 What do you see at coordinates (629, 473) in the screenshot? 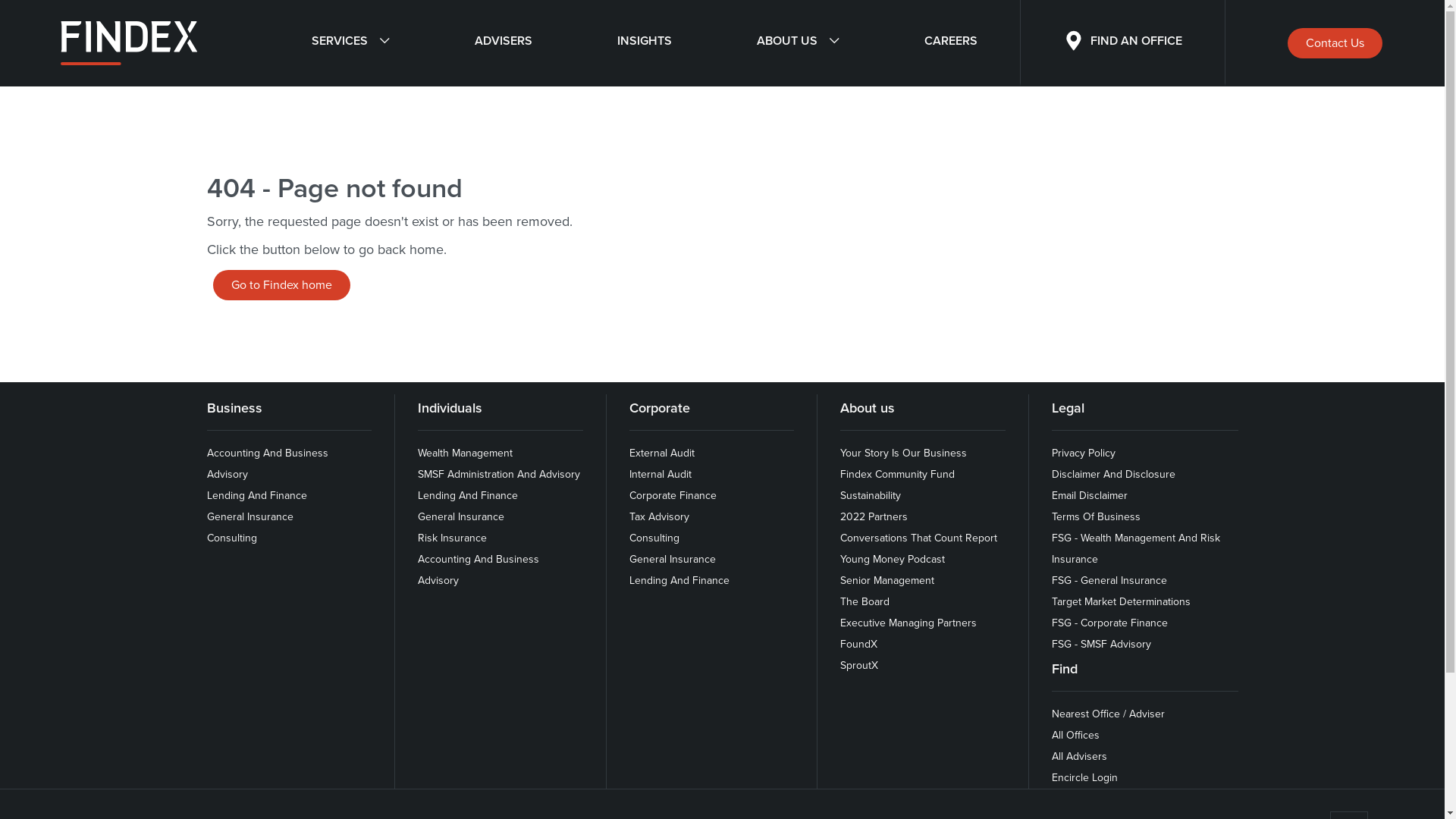
I see `'Internal Audit'` at bounding box center [629, 473].